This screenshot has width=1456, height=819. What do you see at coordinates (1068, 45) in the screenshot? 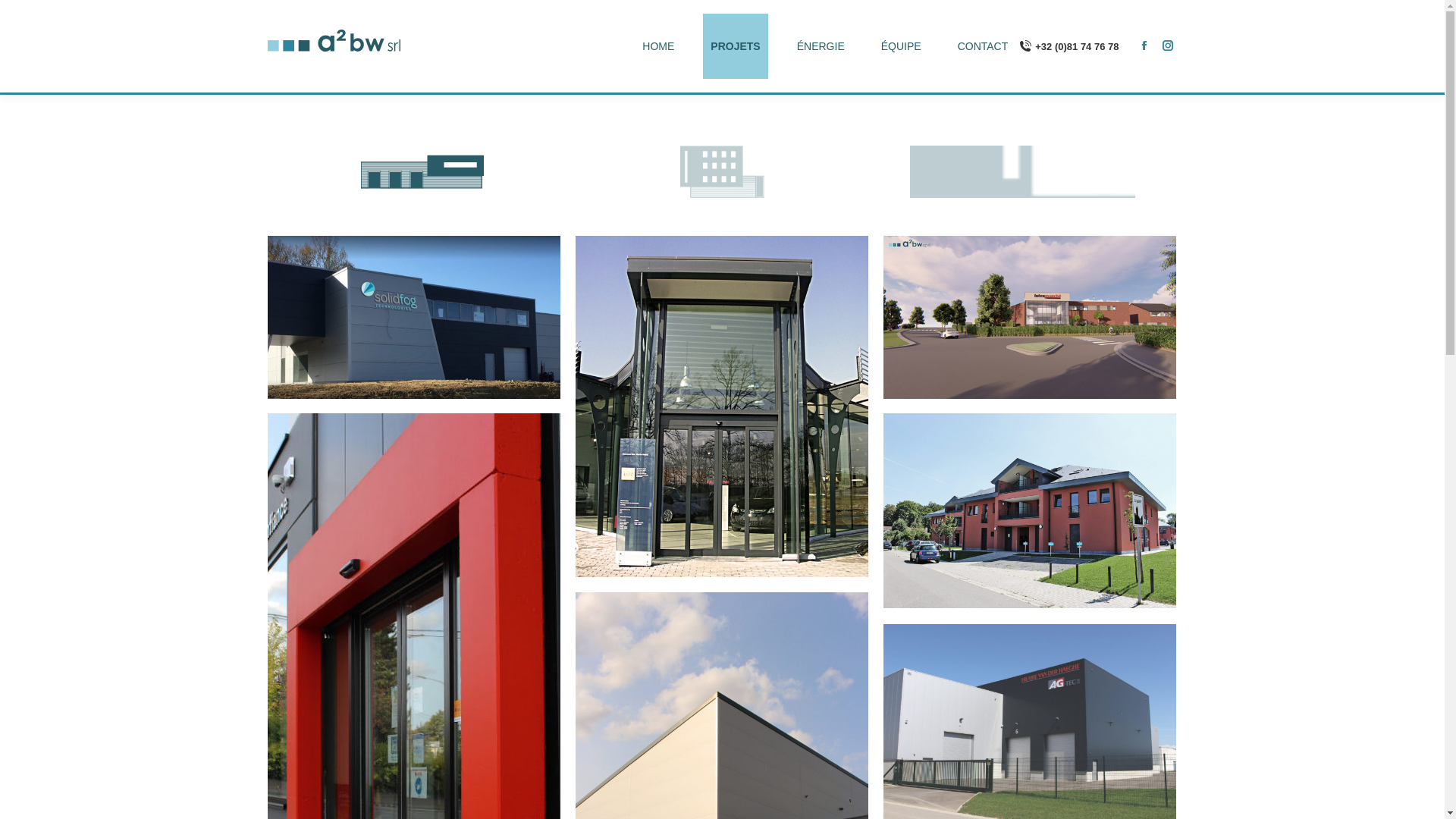
I see `'+32 (0)81 74 76 78'` at bounding box center [1068, 45].